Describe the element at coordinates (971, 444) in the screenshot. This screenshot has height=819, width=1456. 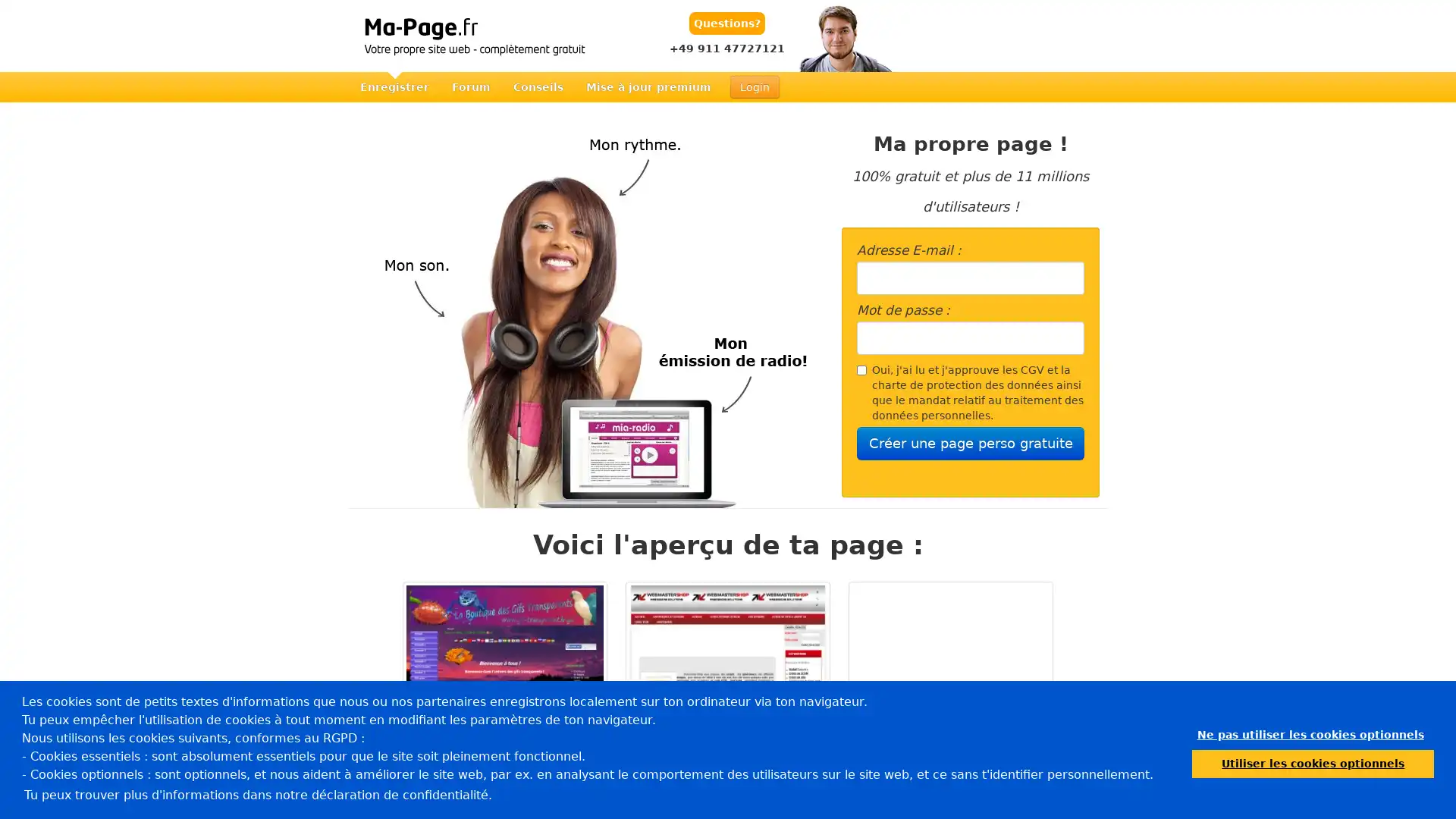
I see `Creer une page perso gratuite` at that location.